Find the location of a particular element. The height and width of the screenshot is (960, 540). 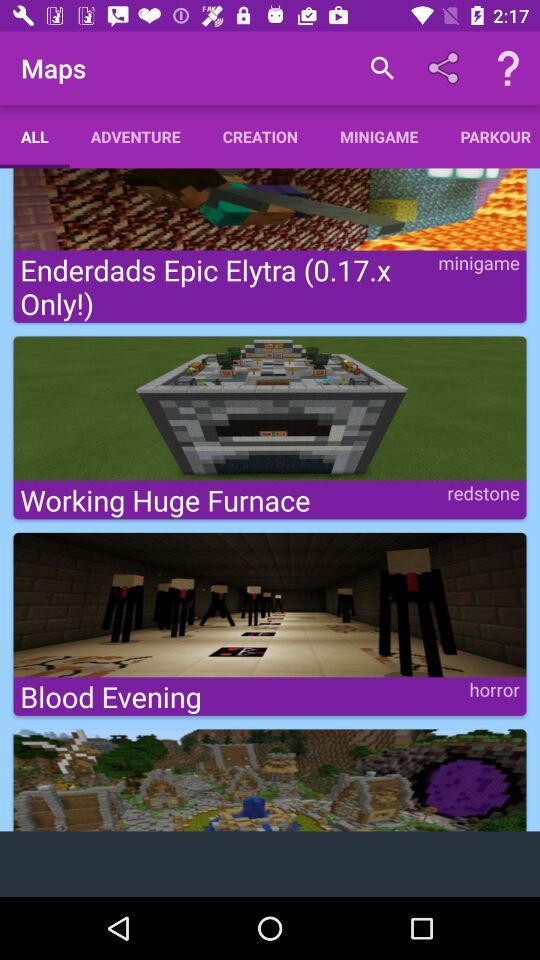

item to the right of the creation app is located at coordinates (382, 68).